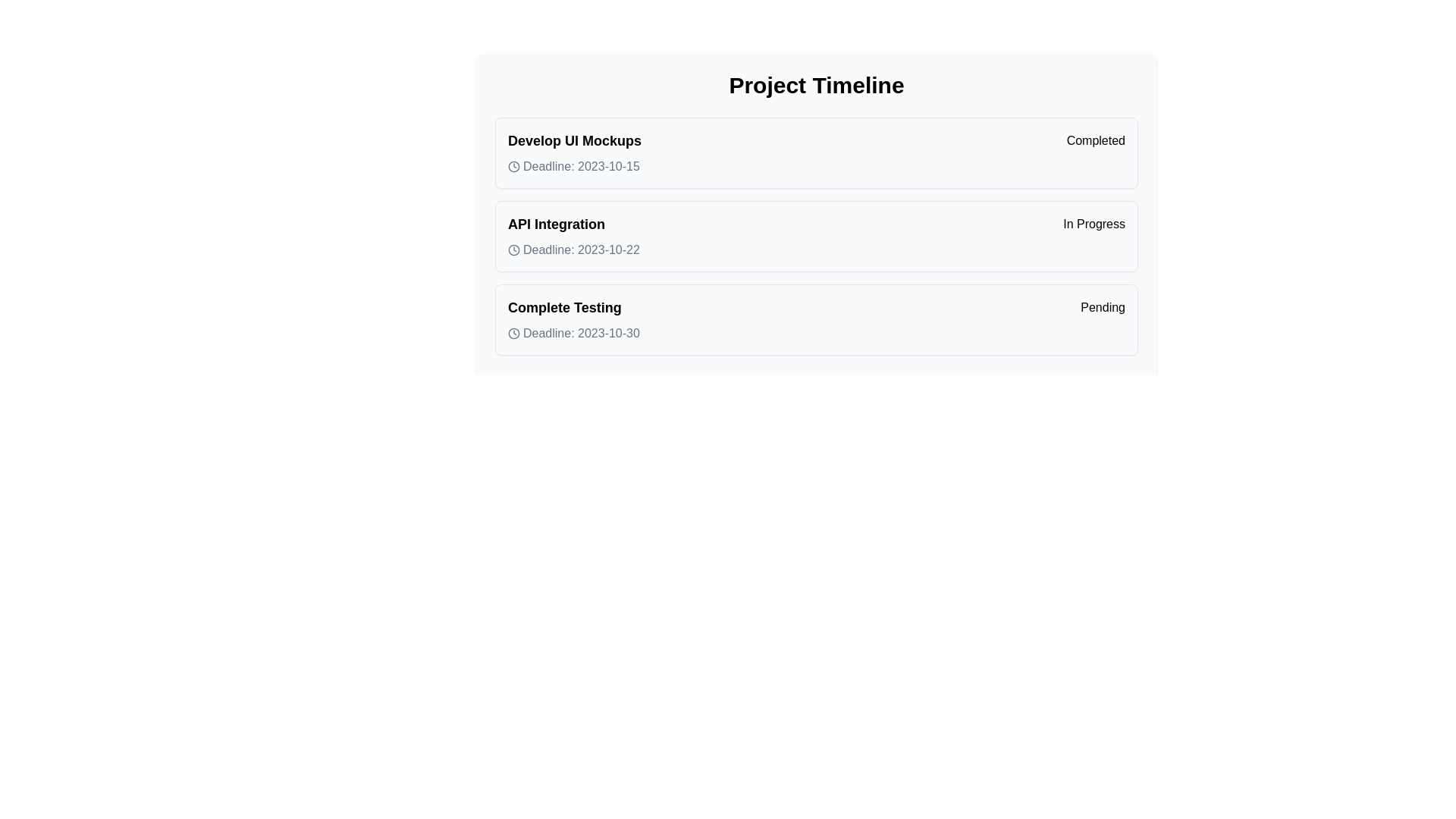  Describe the element at coordinates (563, 307) in the screenshot. I see `the 'Complete Testing' text label in the bottommost row of the task list, which is aligned with the 'Pending' badge and the deadline below` at that location.